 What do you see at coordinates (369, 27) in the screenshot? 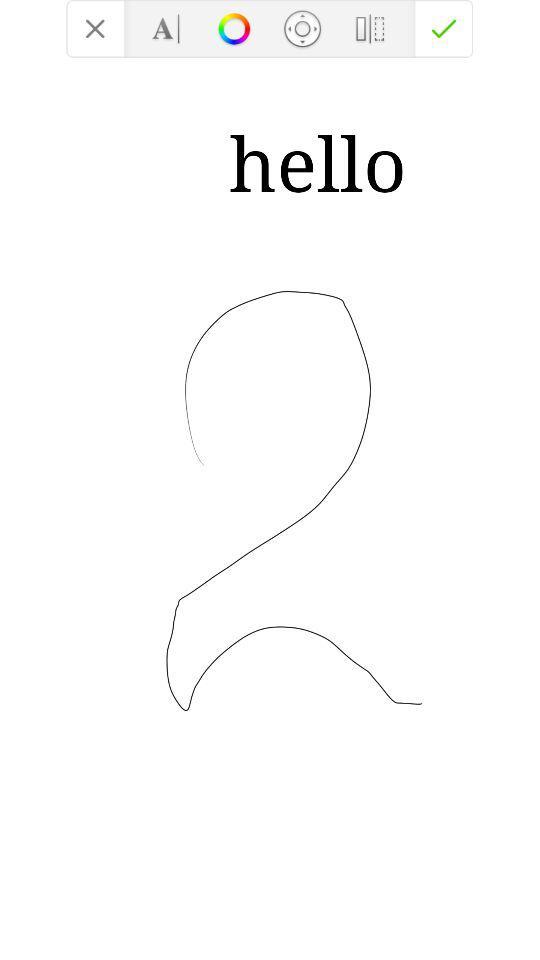
I see `entire screen or selection on screen` at bounding box center [369, 27].